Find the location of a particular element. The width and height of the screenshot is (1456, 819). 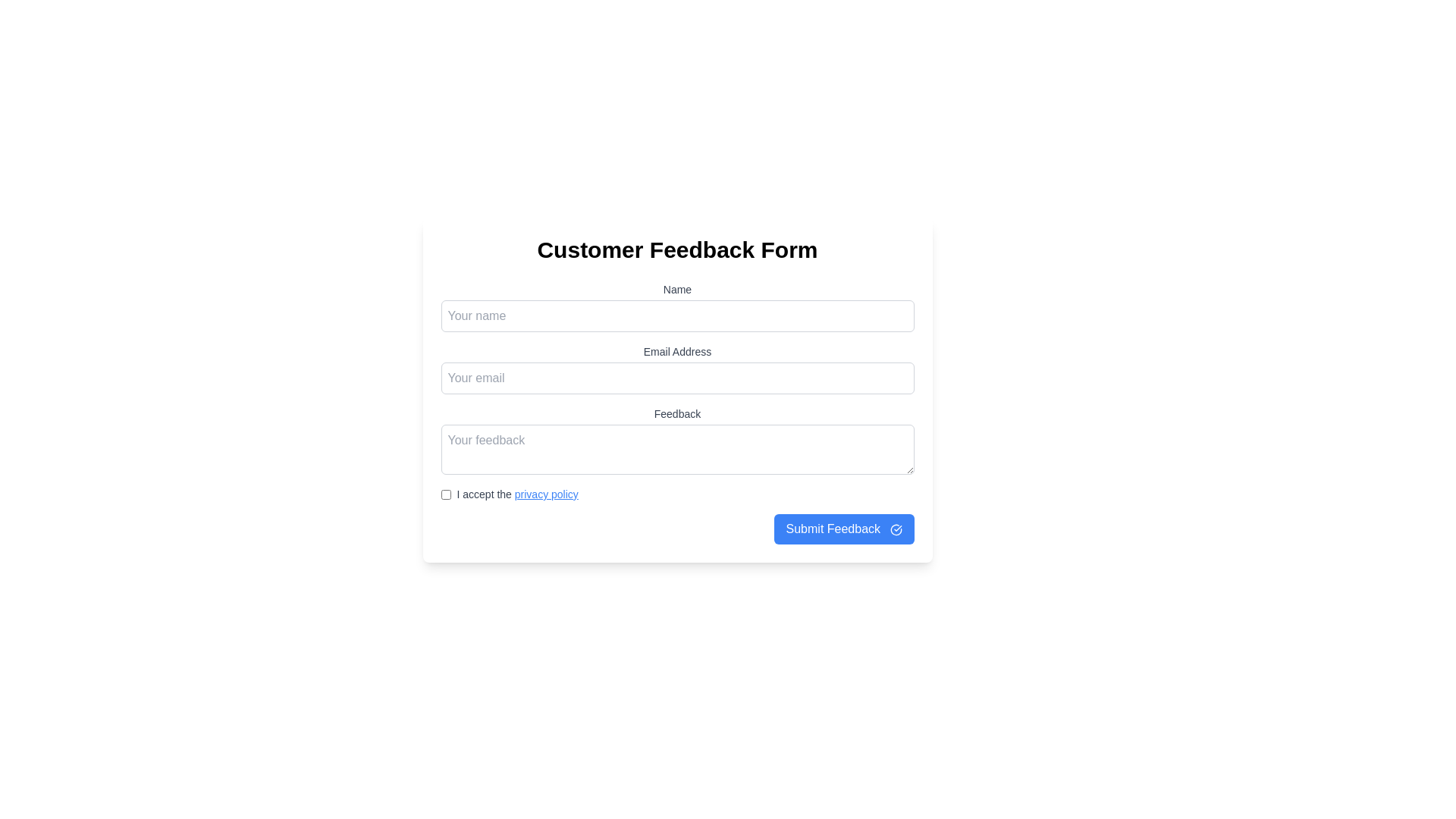

the labeled input field for entering an email address by pressing the Tab key is located at coordinates (676, 369).